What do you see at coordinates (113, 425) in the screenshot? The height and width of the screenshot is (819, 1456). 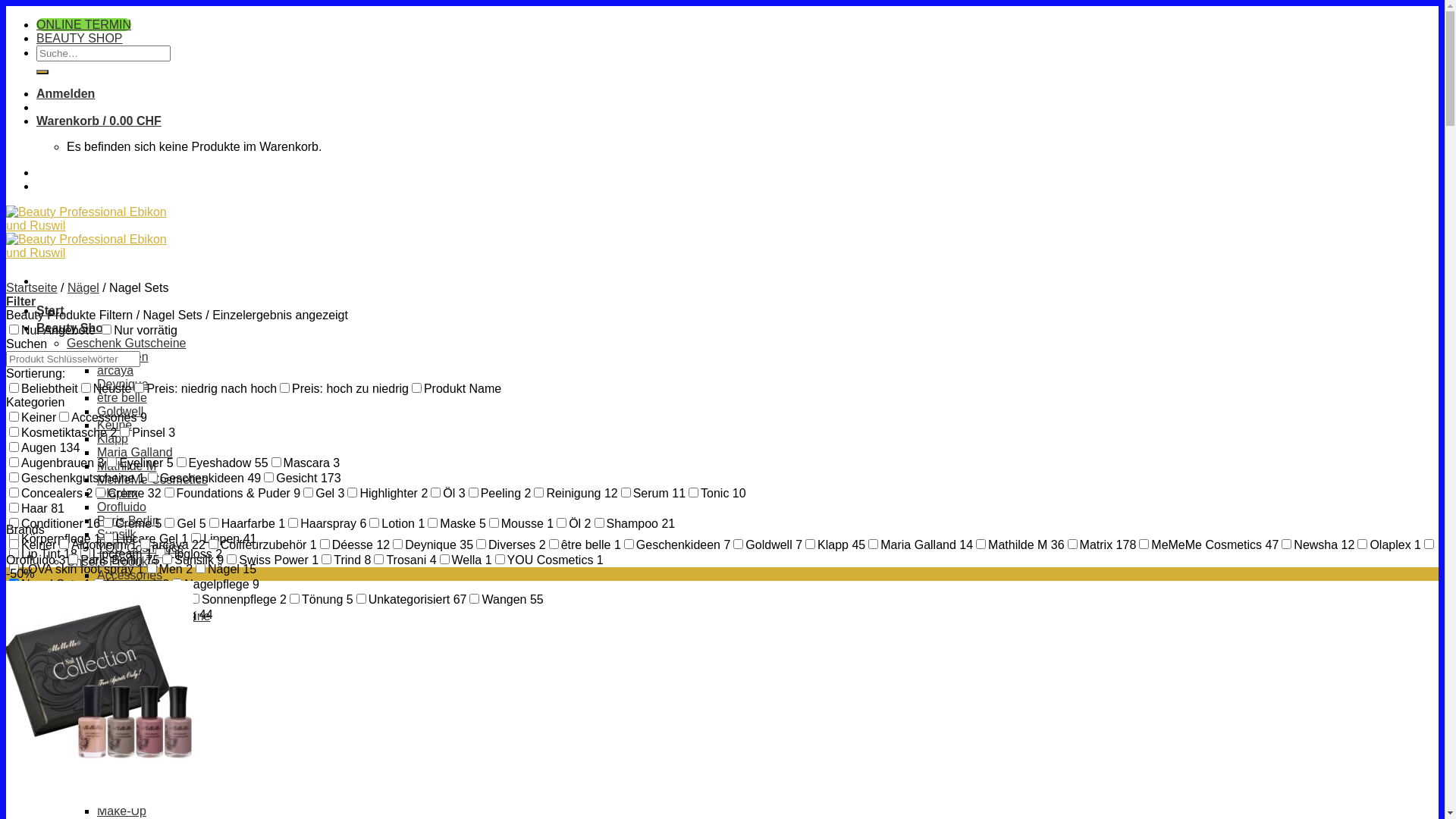 I see `'Keune'` at bounding box center [113, 425].